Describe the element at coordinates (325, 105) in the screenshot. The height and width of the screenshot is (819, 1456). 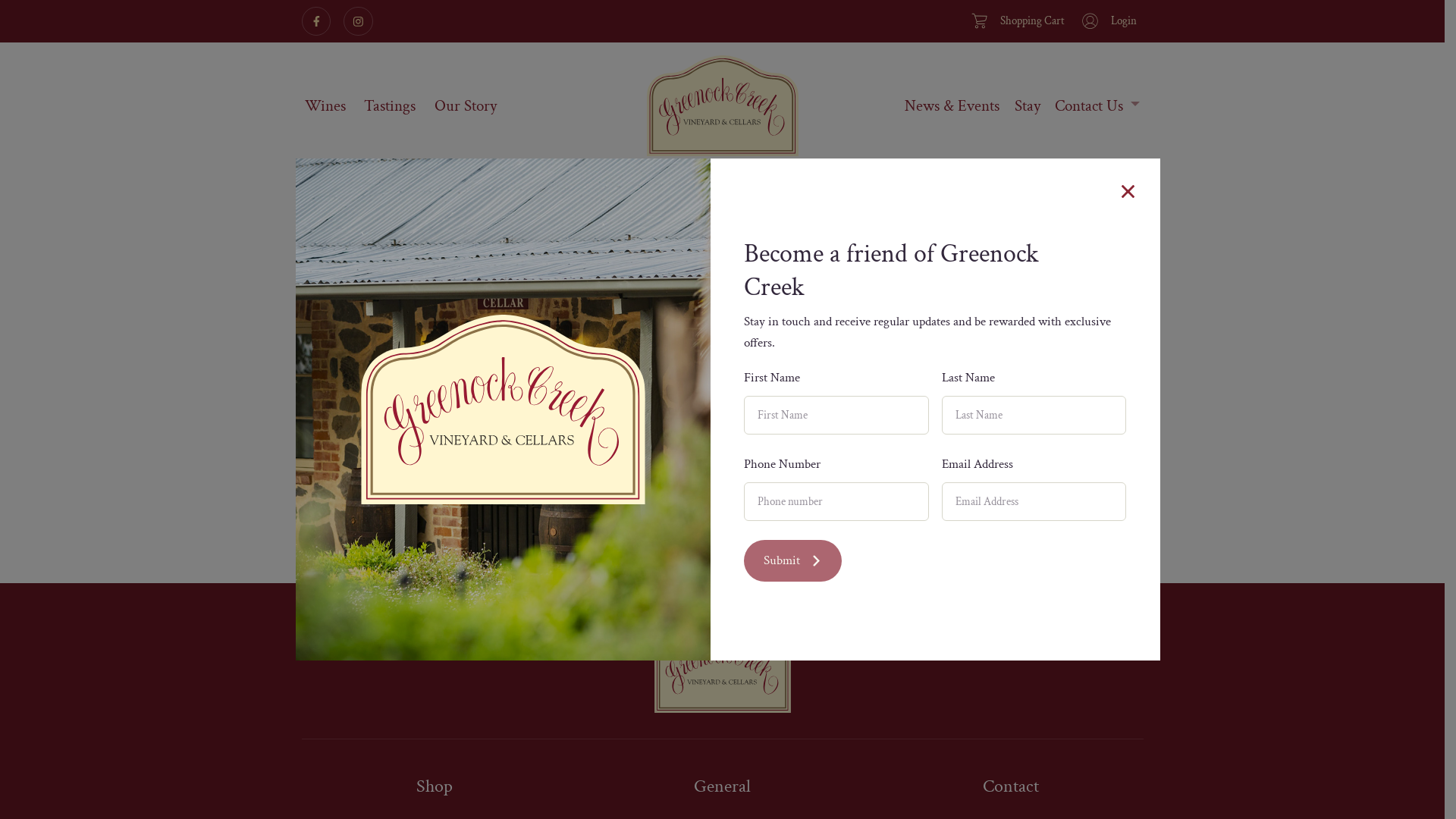
I see `'Wines'` at that location.